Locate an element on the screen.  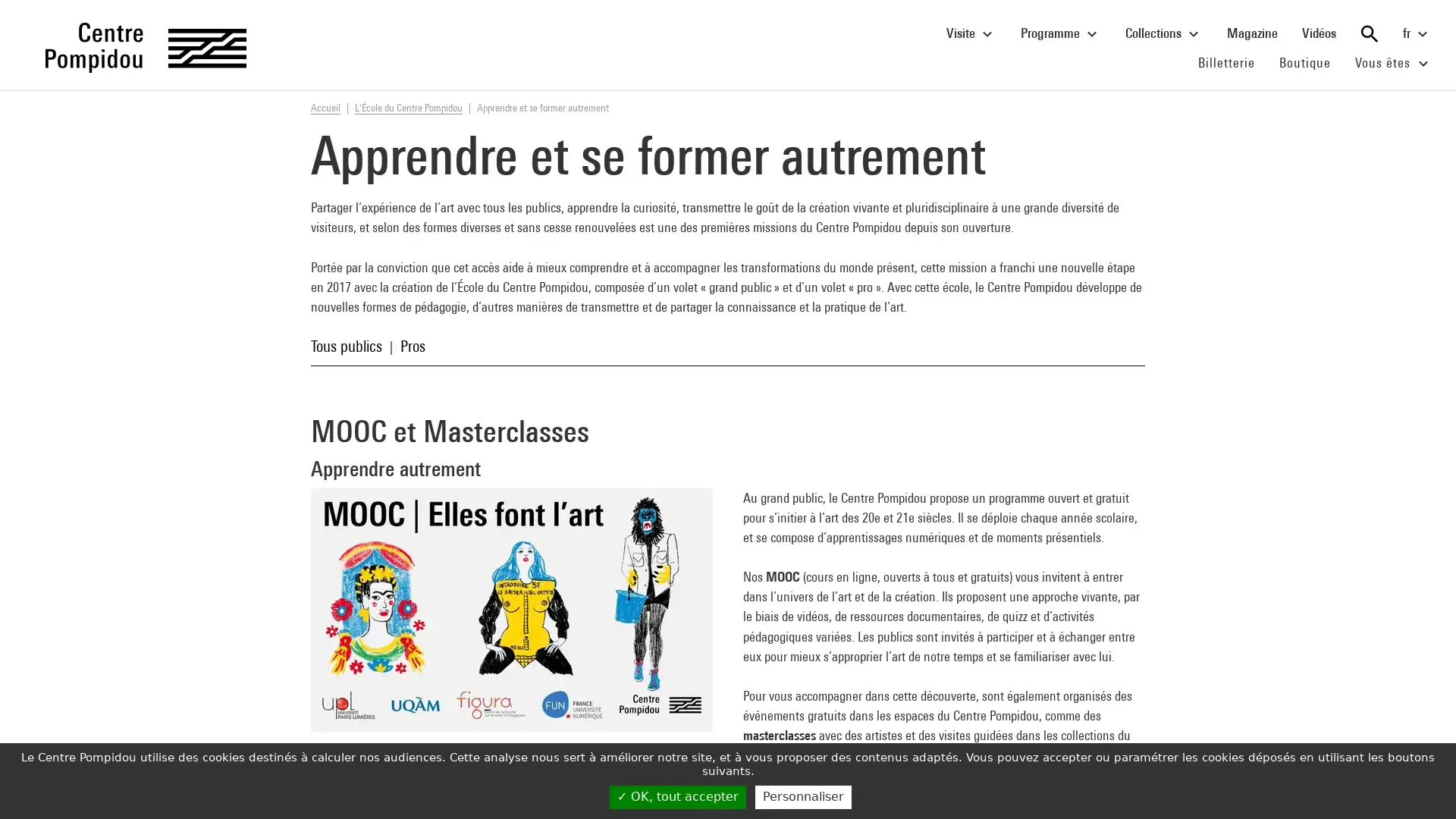
Personnaliser is located at coordinates (802, 796).